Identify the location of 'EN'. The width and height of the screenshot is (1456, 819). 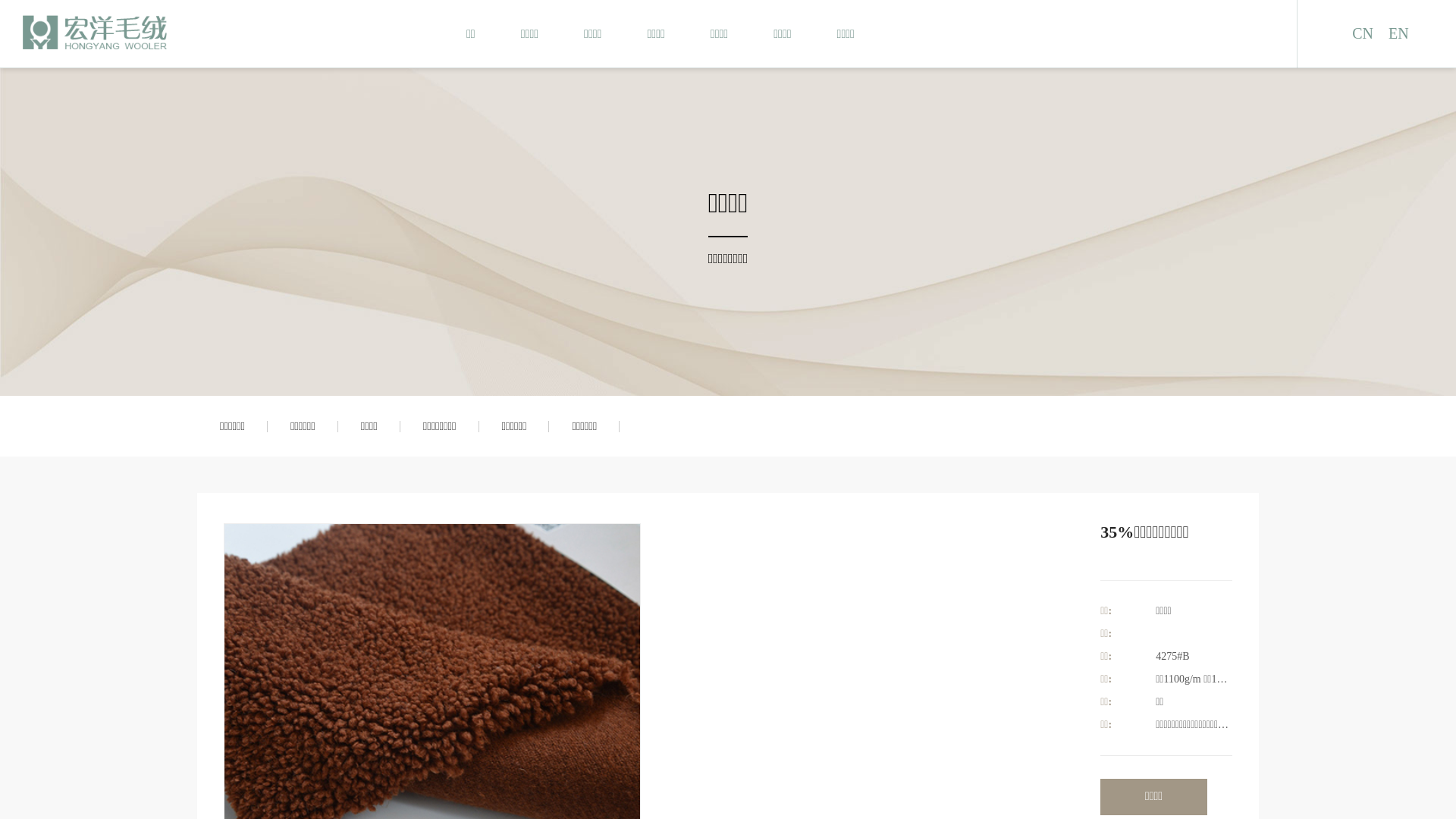
(1380, 33).